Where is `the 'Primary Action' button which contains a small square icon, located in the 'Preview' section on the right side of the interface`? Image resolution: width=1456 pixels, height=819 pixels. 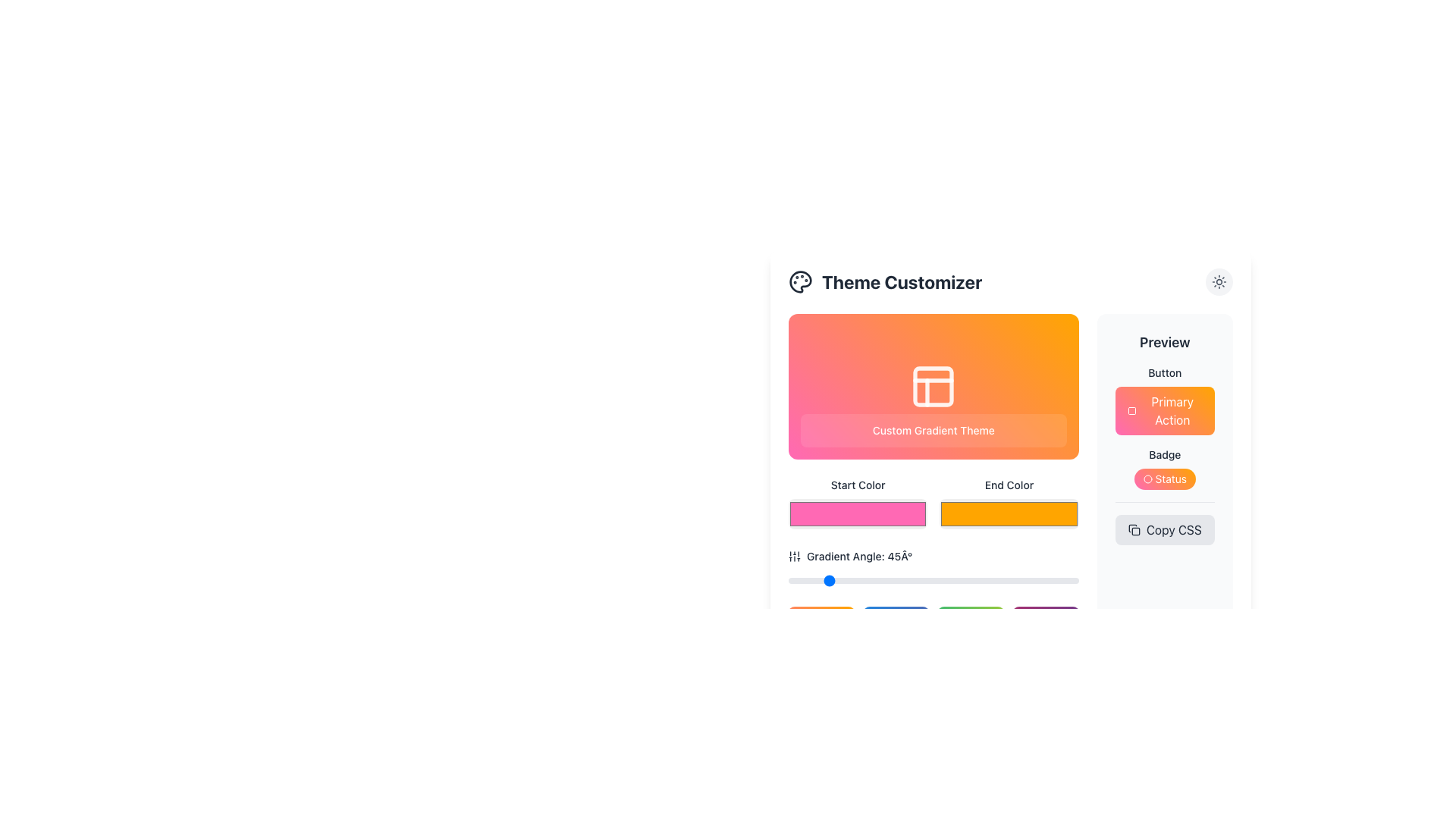 the 'Primary Action' button which contains a small square icon, located in the 'Preview' section on the right side of the interface is located at coordinates (1131, 411).